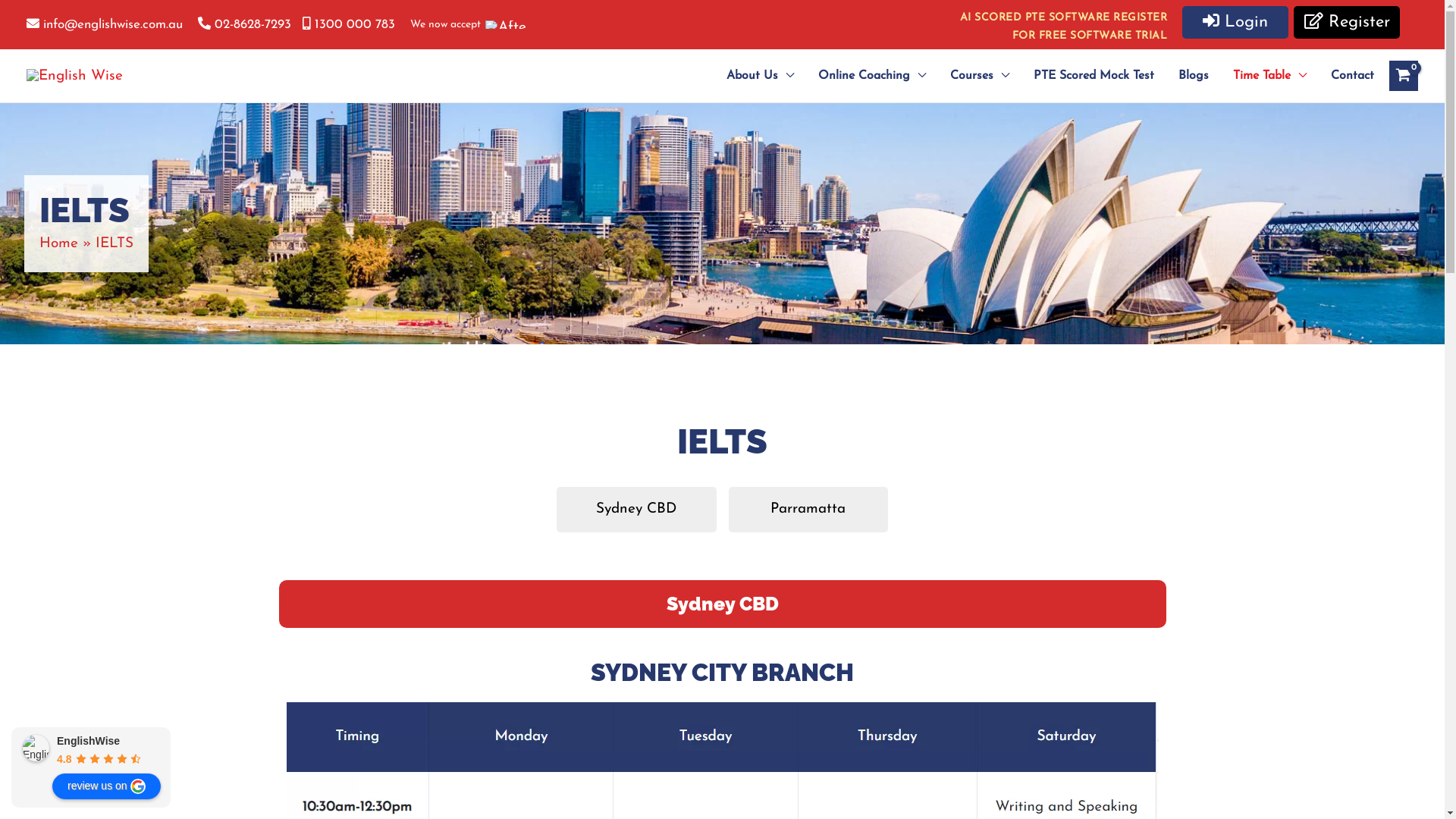  Describe the element at coordinates (1346, 76) in the screenshot. I see `'Contact'` at that location.